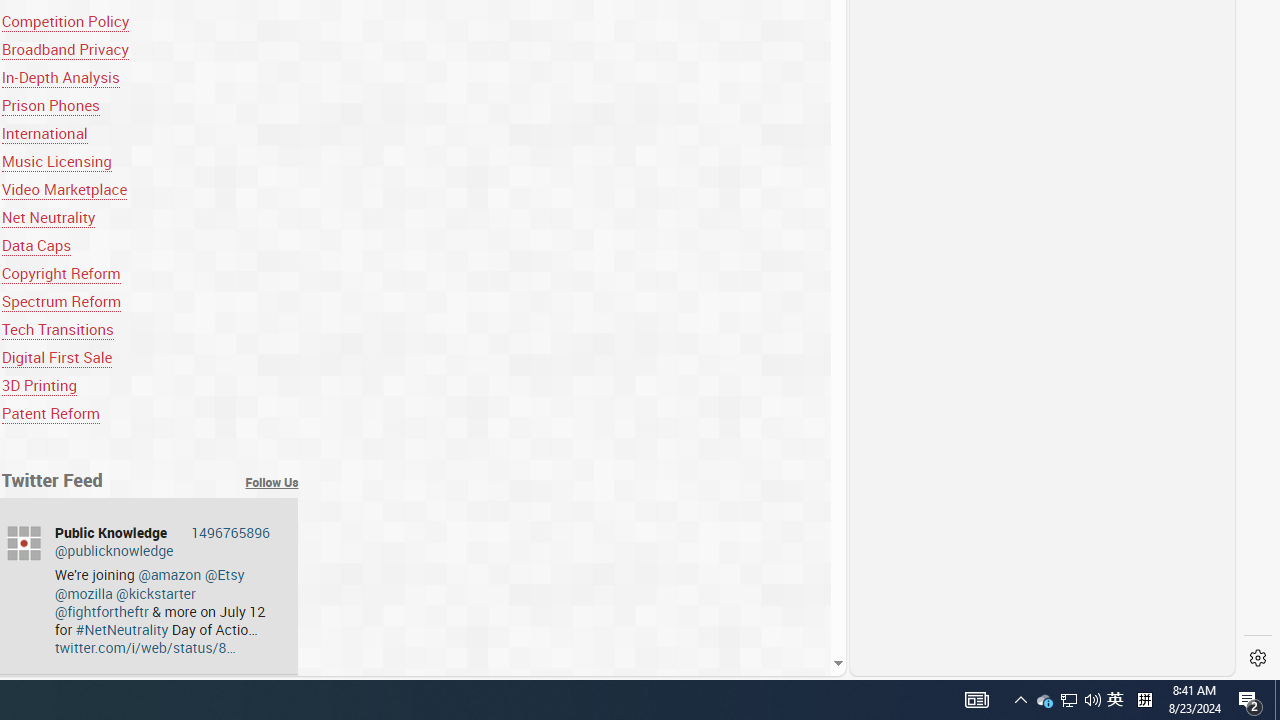 This screenshot has width=1280, height=720. Describe the element at coordinates (61, 301) in the screenshot. I see `'Spectrum Reform'` at that location.